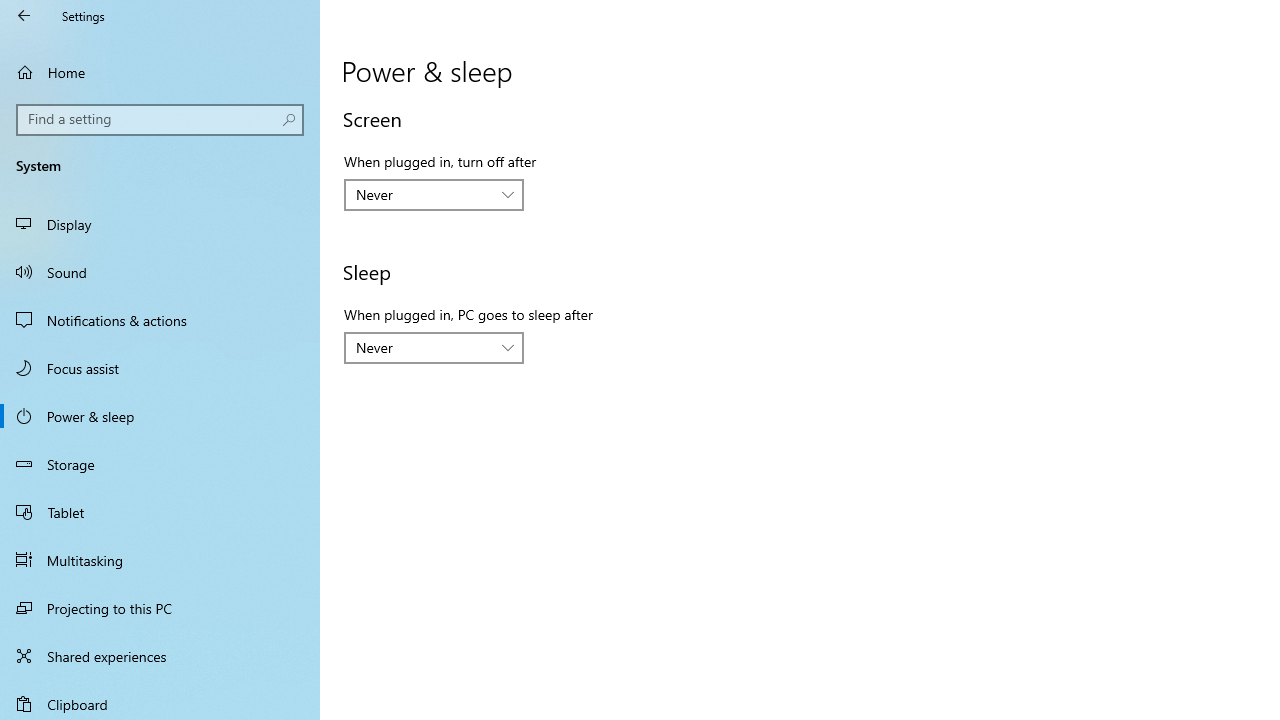 The image size is (1280, 720). What do you see at coordinates (160, 223) in the screenshot?
I see `'Display'` at bounding box center [160, 223].